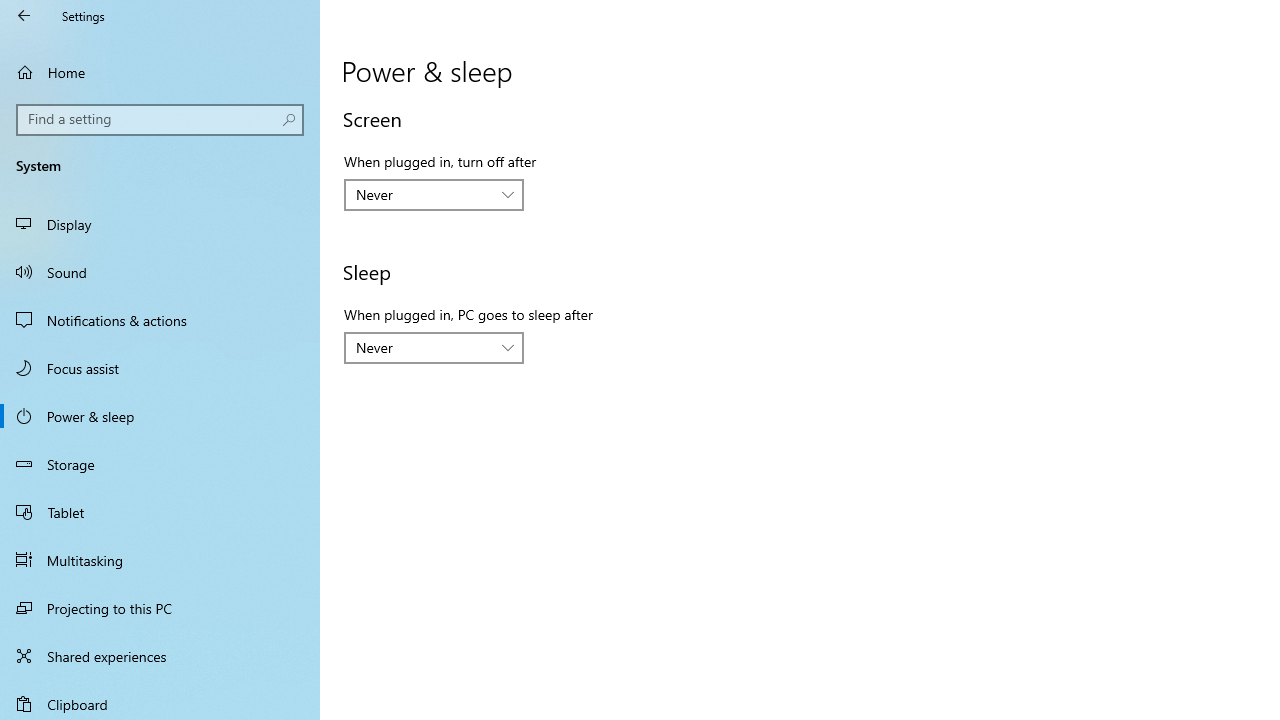 The image size is (1280, 720). What do you see at coordinates (160, 223) in the screenshot?
I see `'Display'` at bounding box center [160, 223].